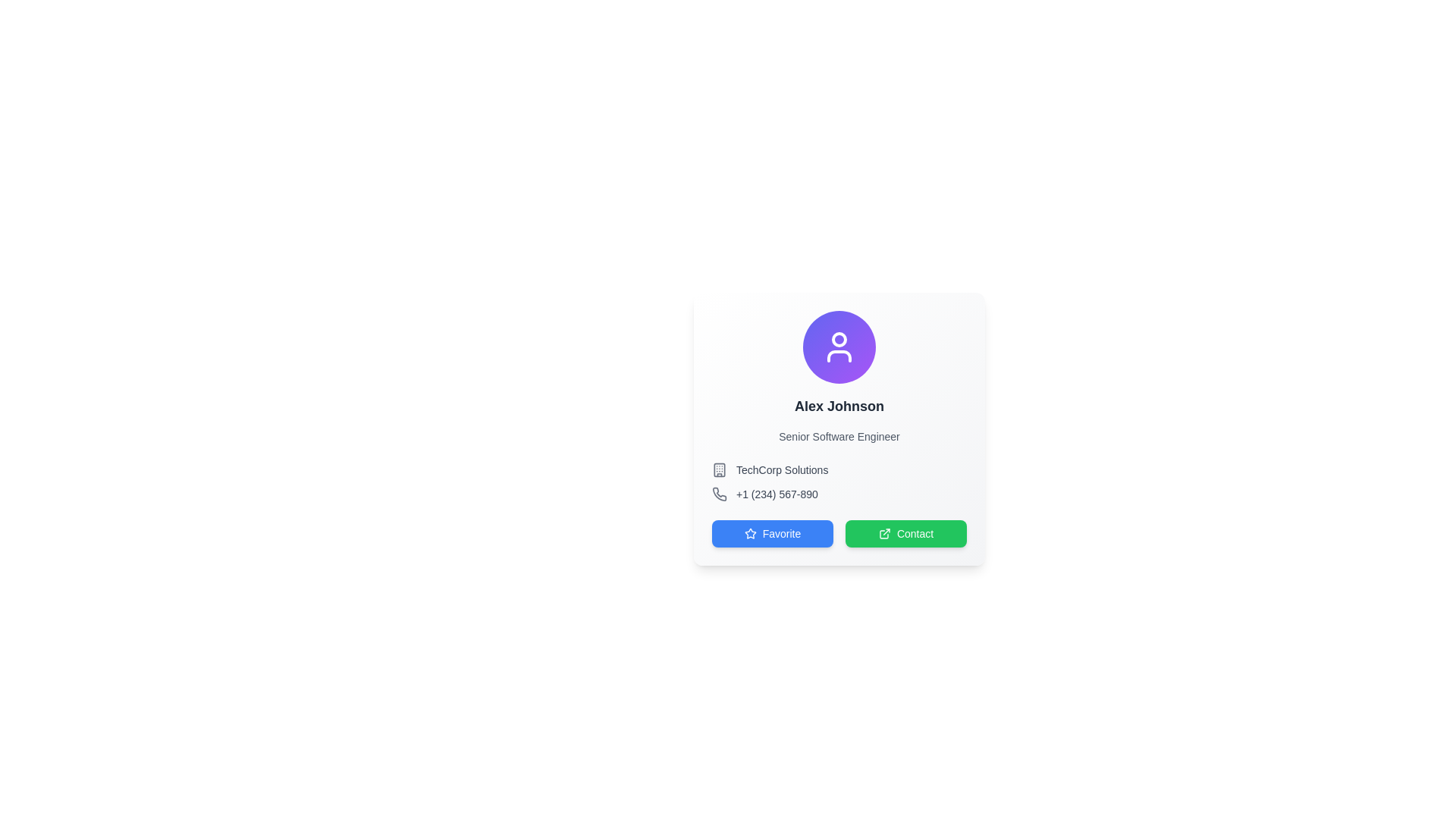 The image size is (1456, 819). Describe the element at coordinates (750, 533) in the screenshot. I see `the star icon located at the center-left of the 'Favorite' button on the lower left side of the card layout, which signifies a 'favorite' marking functionality` at that location.